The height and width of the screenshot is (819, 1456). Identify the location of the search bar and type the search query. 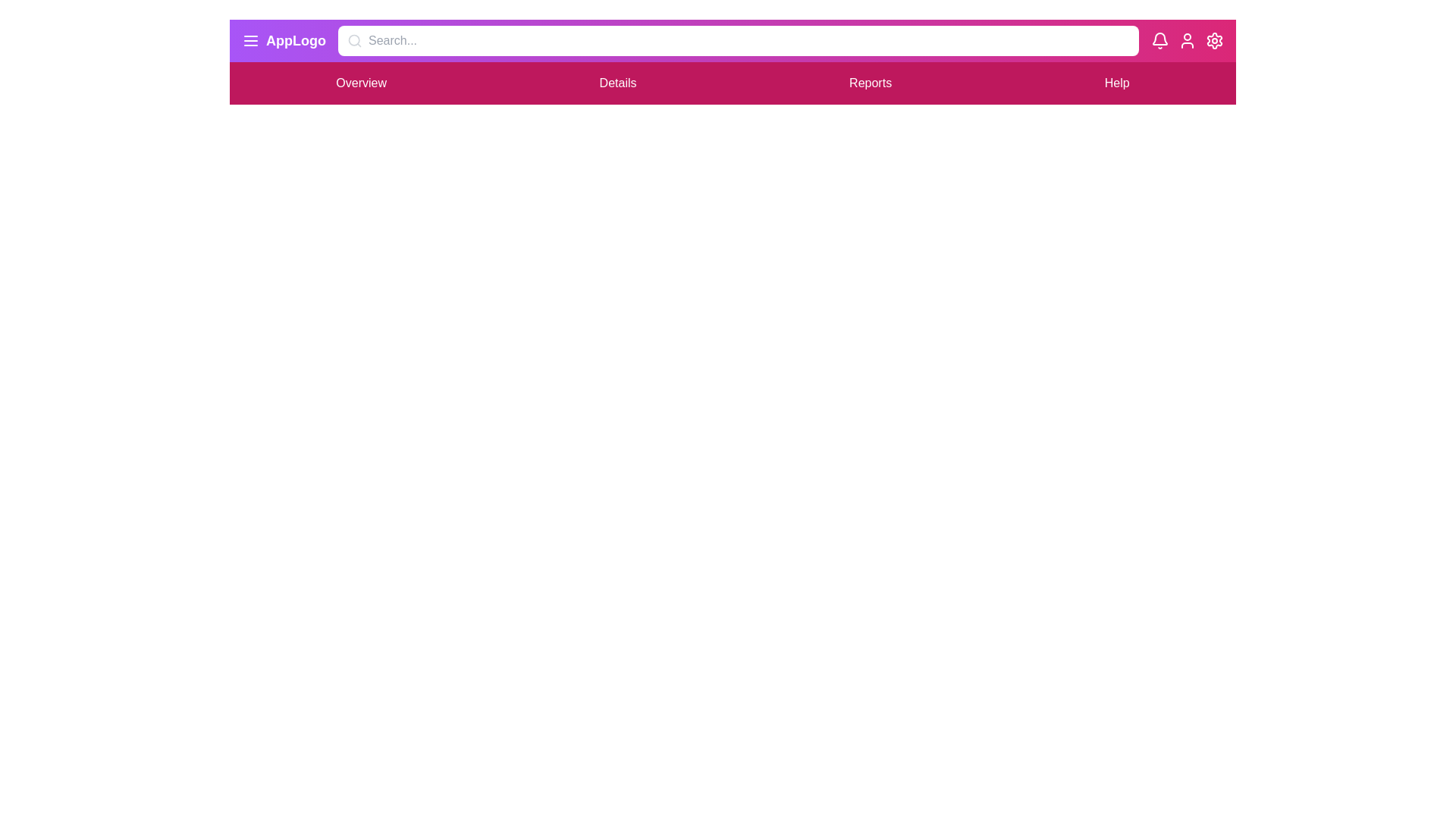
(739, 40).